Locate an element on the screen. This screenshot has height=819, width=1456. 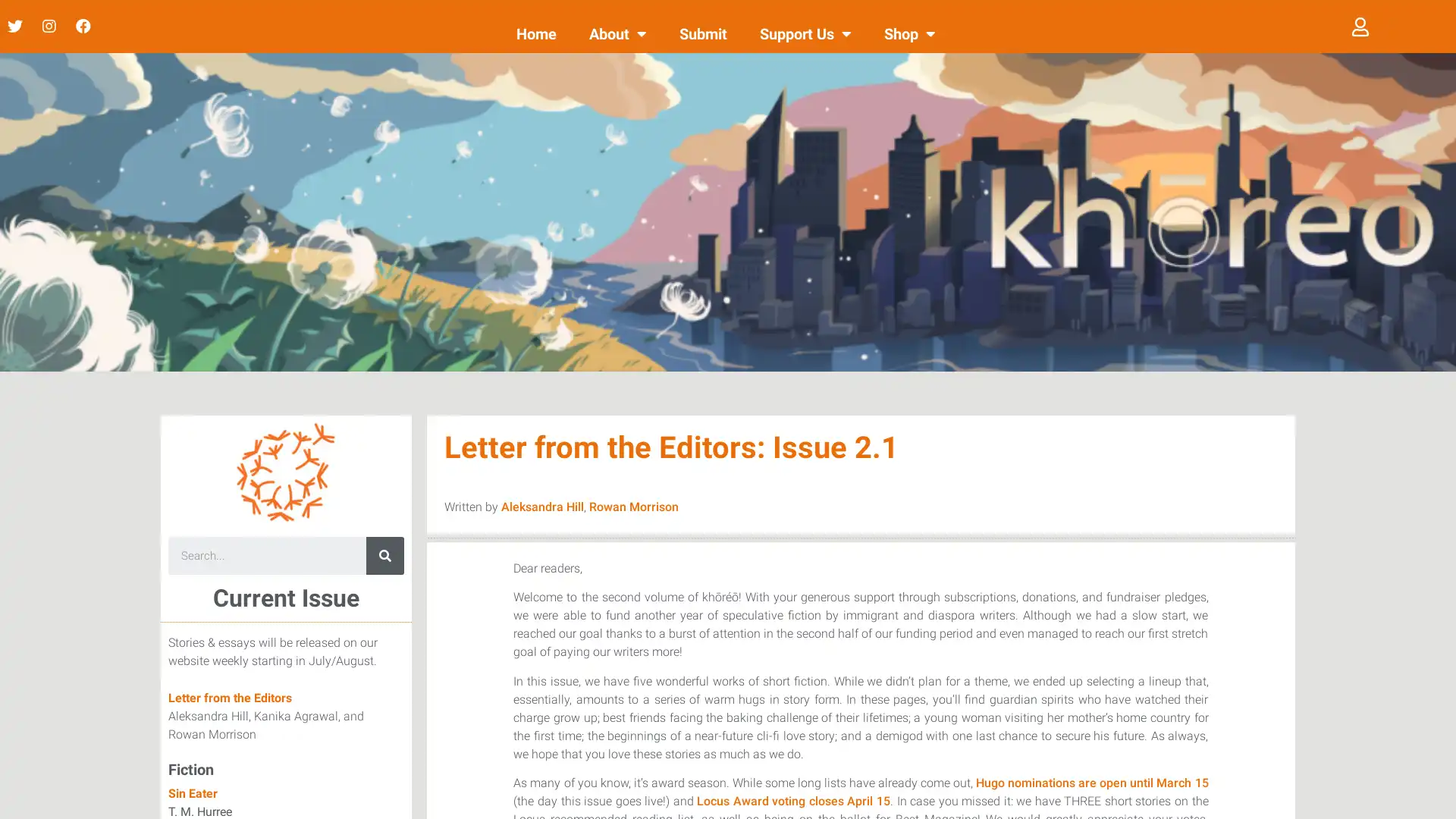
Search is located at coordinates (384, 555).